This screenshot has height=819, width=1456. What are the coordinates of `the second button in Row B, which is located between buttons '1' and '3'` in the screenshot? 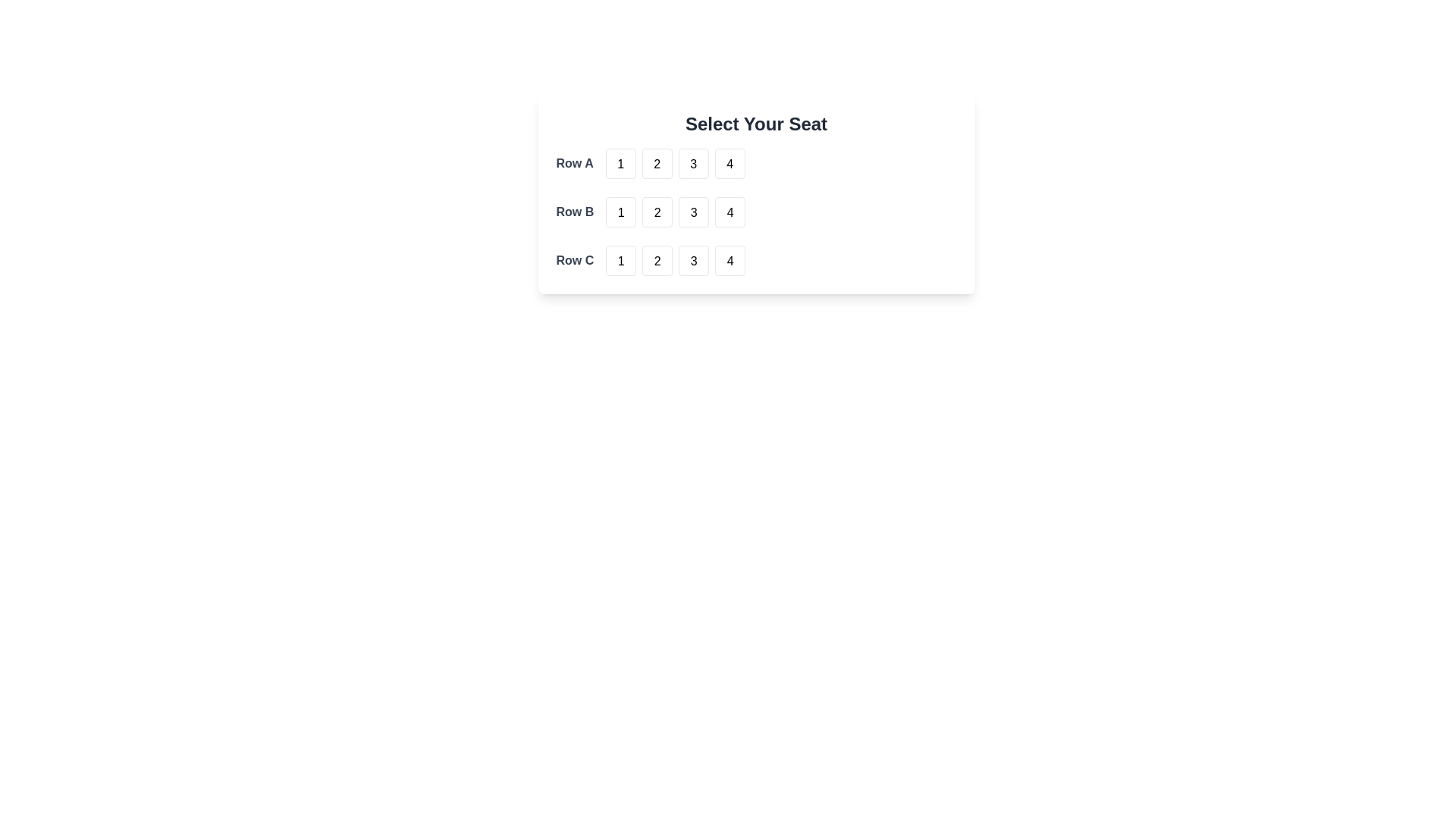 It's located at (657, 212).